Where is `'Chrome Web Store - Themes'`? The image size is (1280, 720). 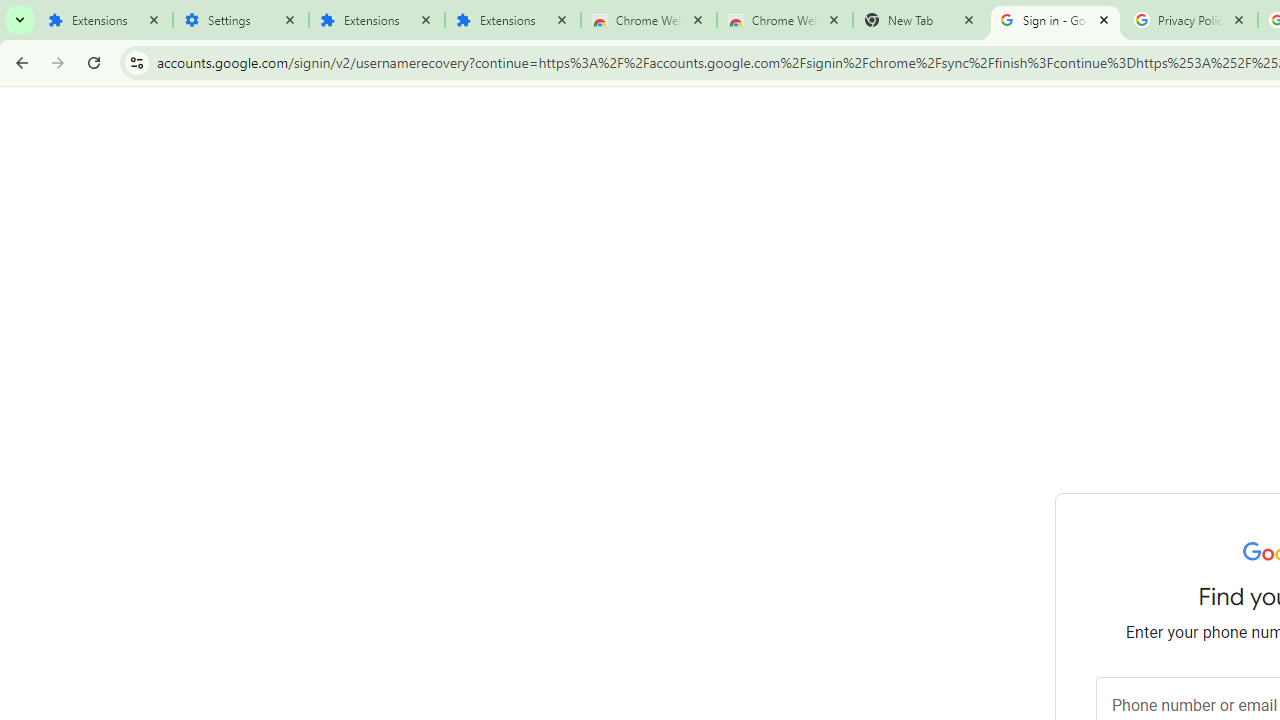 'Chrome Web Store - Themes' is located at coordinates (783, 20).